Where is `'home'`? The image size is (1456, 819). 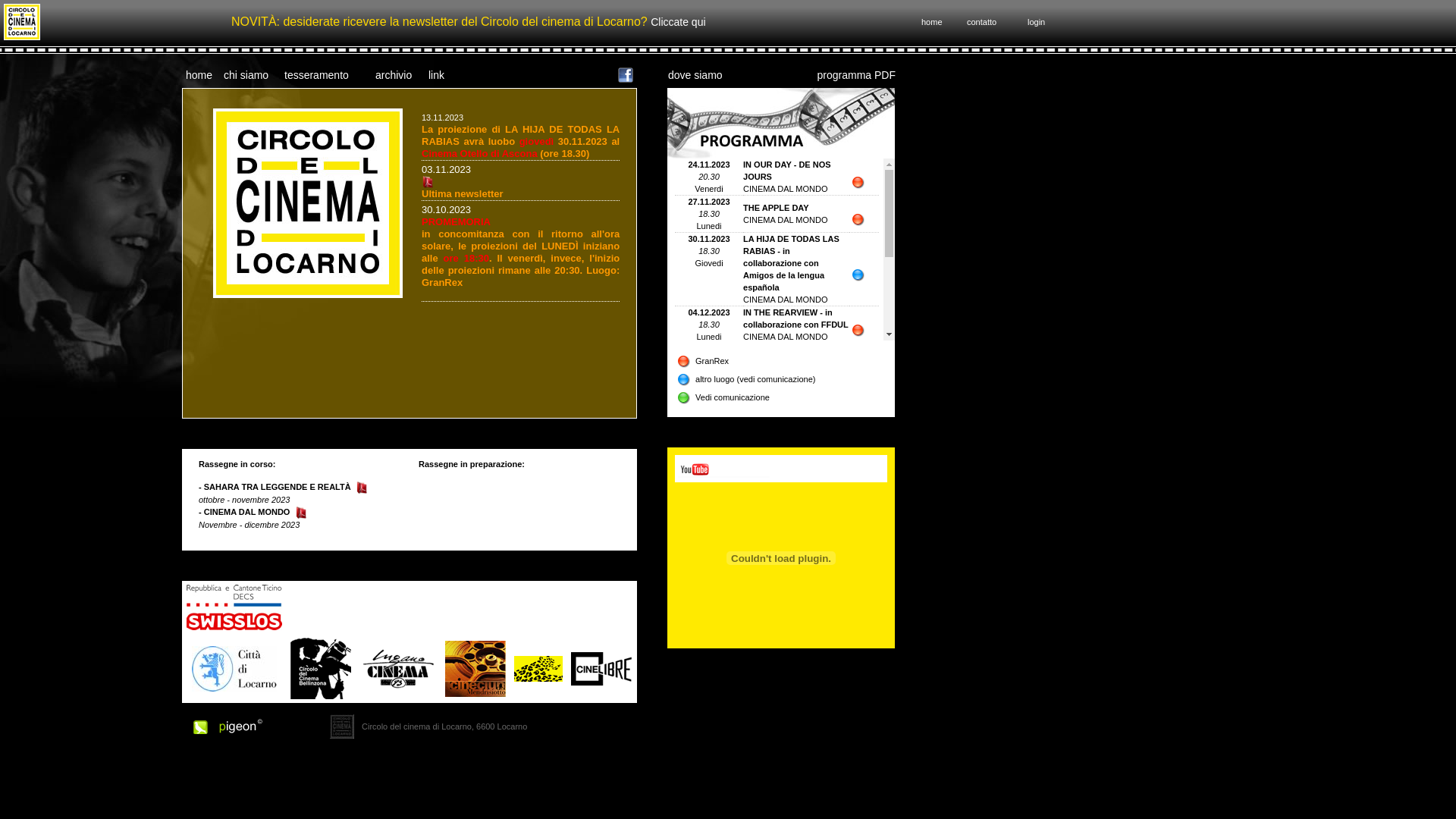
'home' is located at coordinates (198, 74).